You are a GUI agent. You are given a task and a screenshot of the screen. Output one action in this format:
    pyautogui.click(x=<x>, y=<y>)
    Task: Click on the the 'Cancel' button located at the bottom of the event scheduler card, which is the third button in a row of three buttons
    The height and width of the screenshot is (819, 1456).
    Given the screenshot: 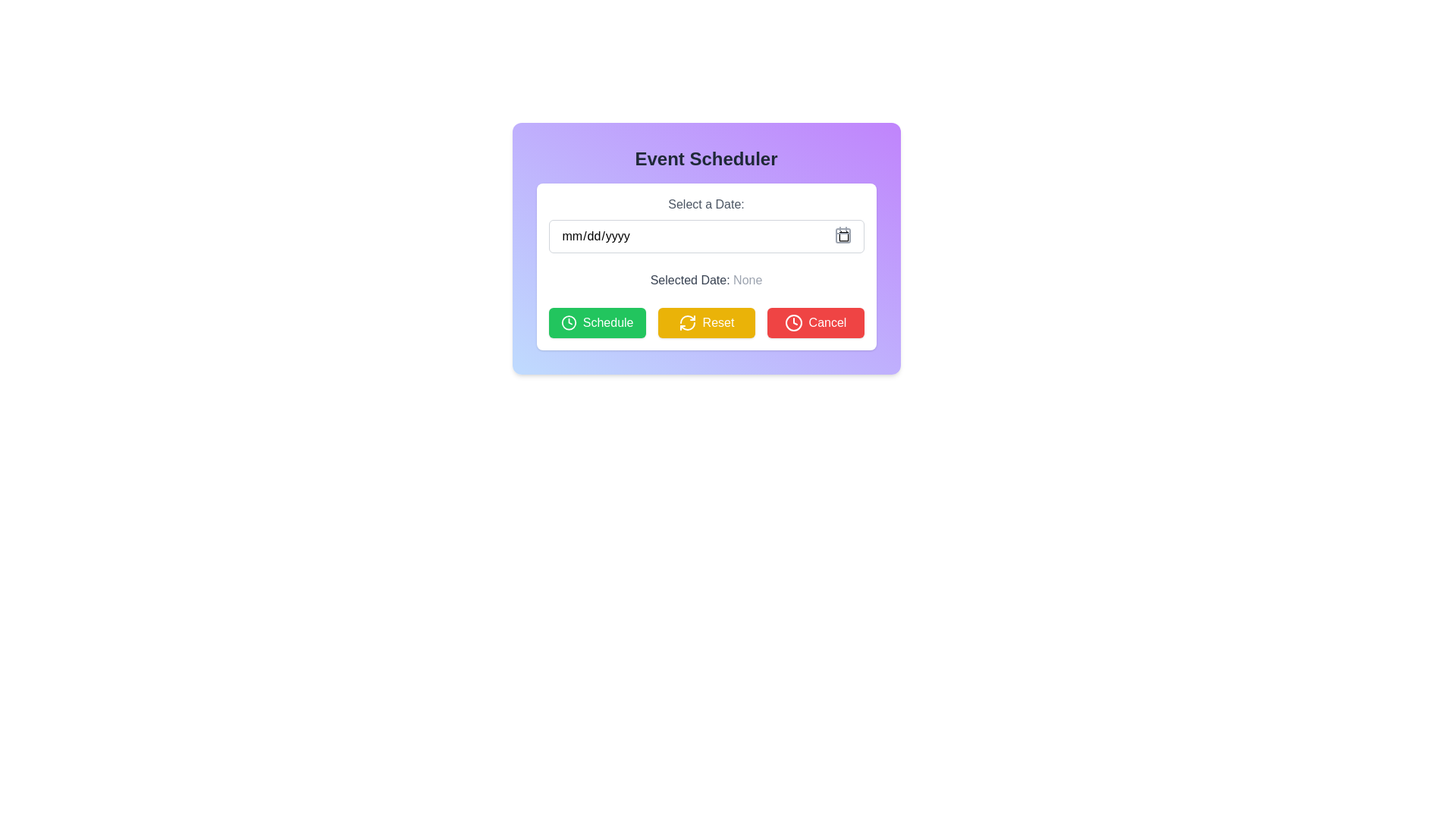 What is the action you would take?
    pyautogui.click(x=814, y=322)
    